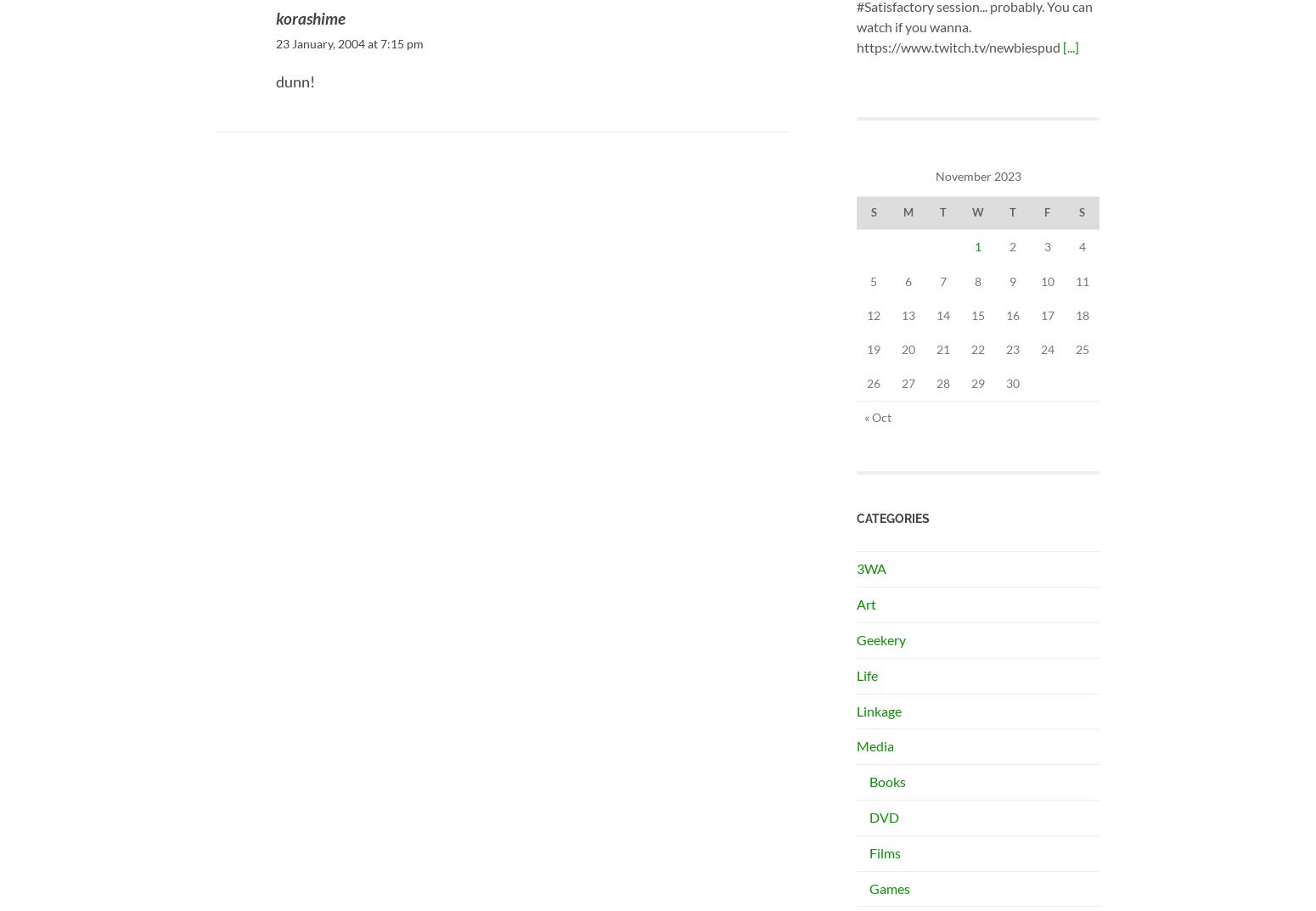 The image size is (1316, 911). What do you see at coordinates (1039, 347) in the screenshot?
I see `'24'` at bounding box center [1039, 347].